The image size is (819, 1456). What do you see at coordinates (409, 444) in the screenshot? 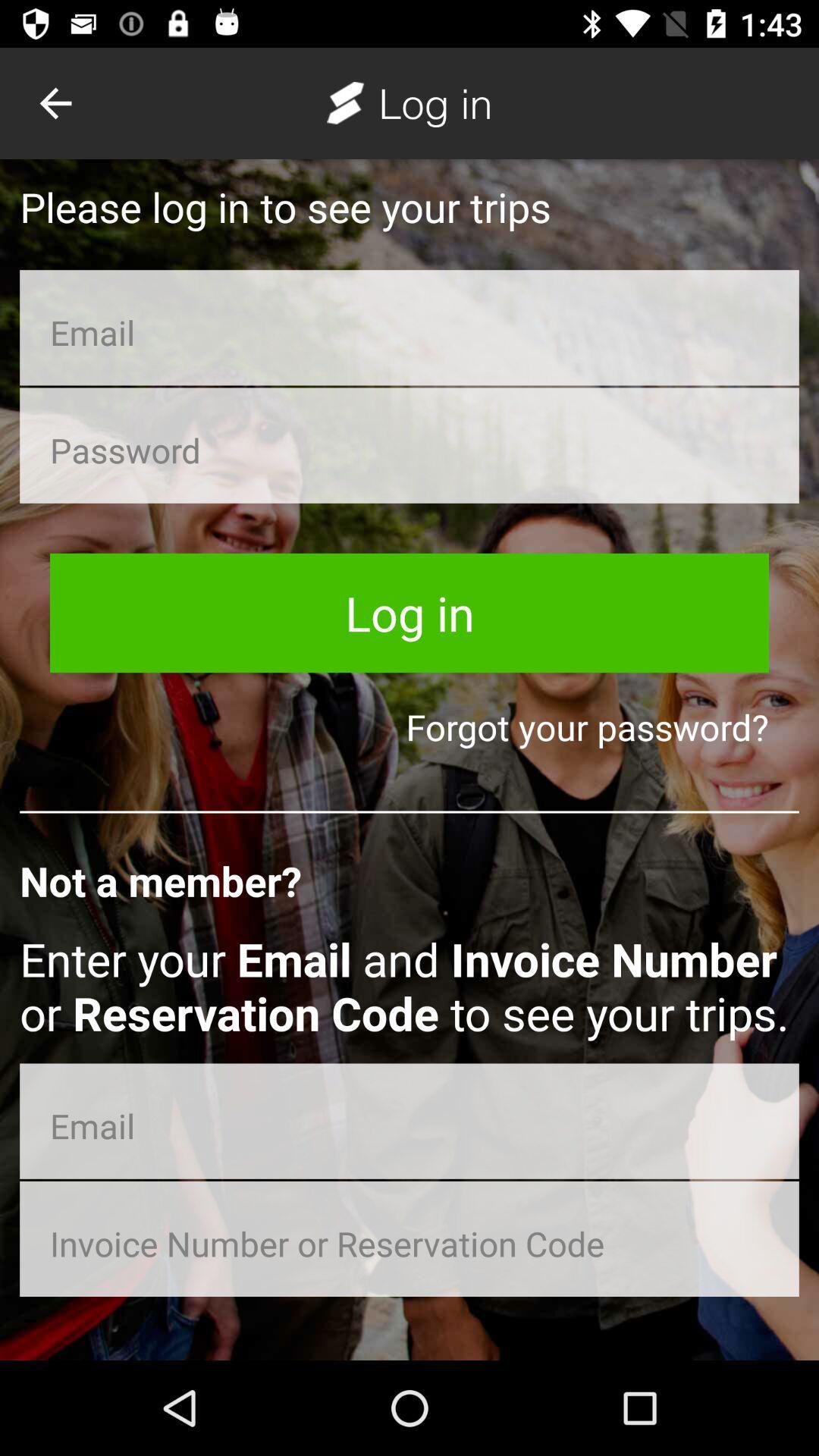
I see `password` at bounding box center [409, 444].